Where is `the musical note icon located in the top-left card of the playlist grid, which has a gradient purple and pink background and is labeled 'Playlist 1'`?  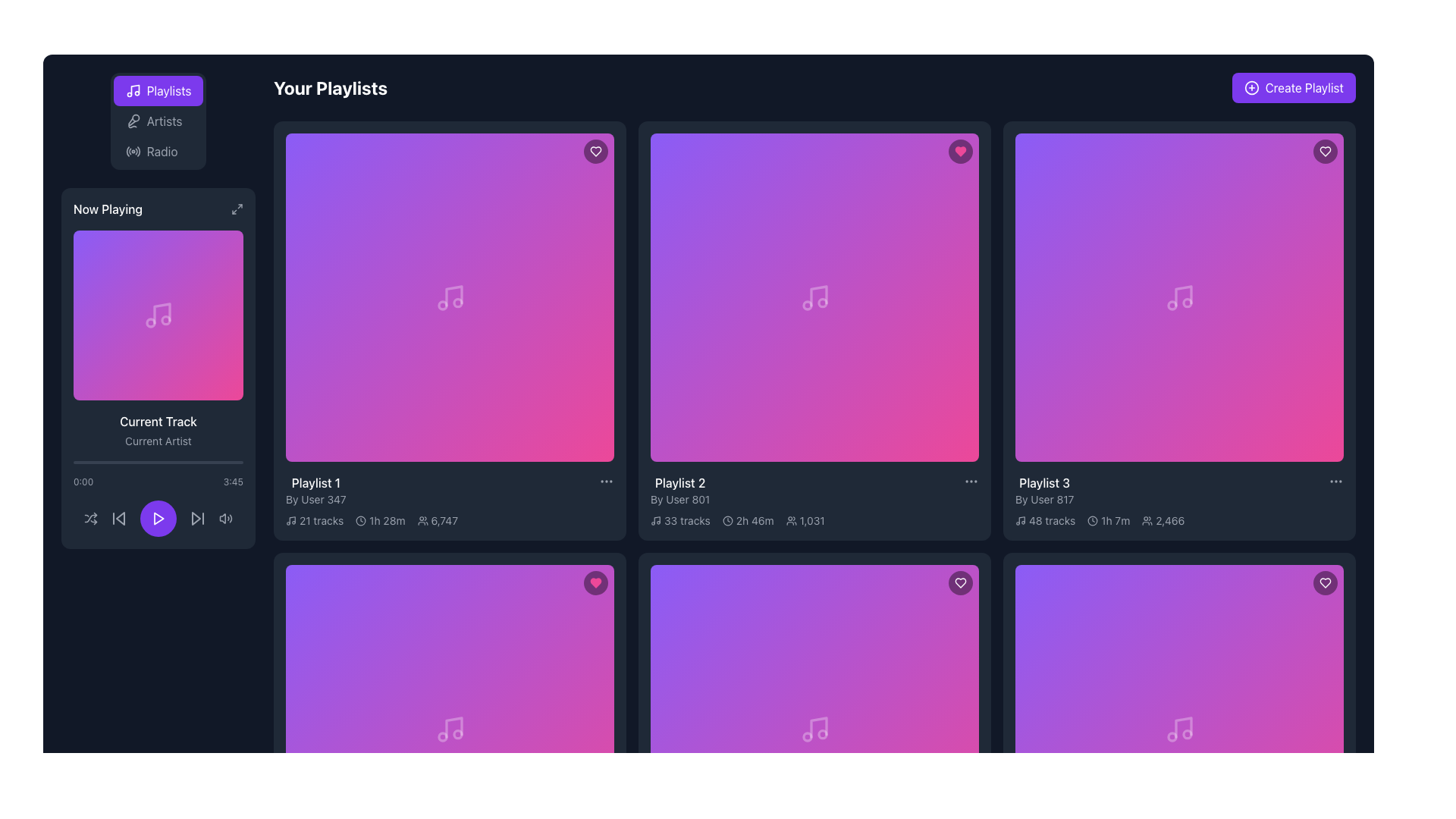
the musical note icon located in the top-left card of the playlist grid, which has a gradient purple and pink background and is labeled 'Playlist 1' is located at coordinates (449, 297).